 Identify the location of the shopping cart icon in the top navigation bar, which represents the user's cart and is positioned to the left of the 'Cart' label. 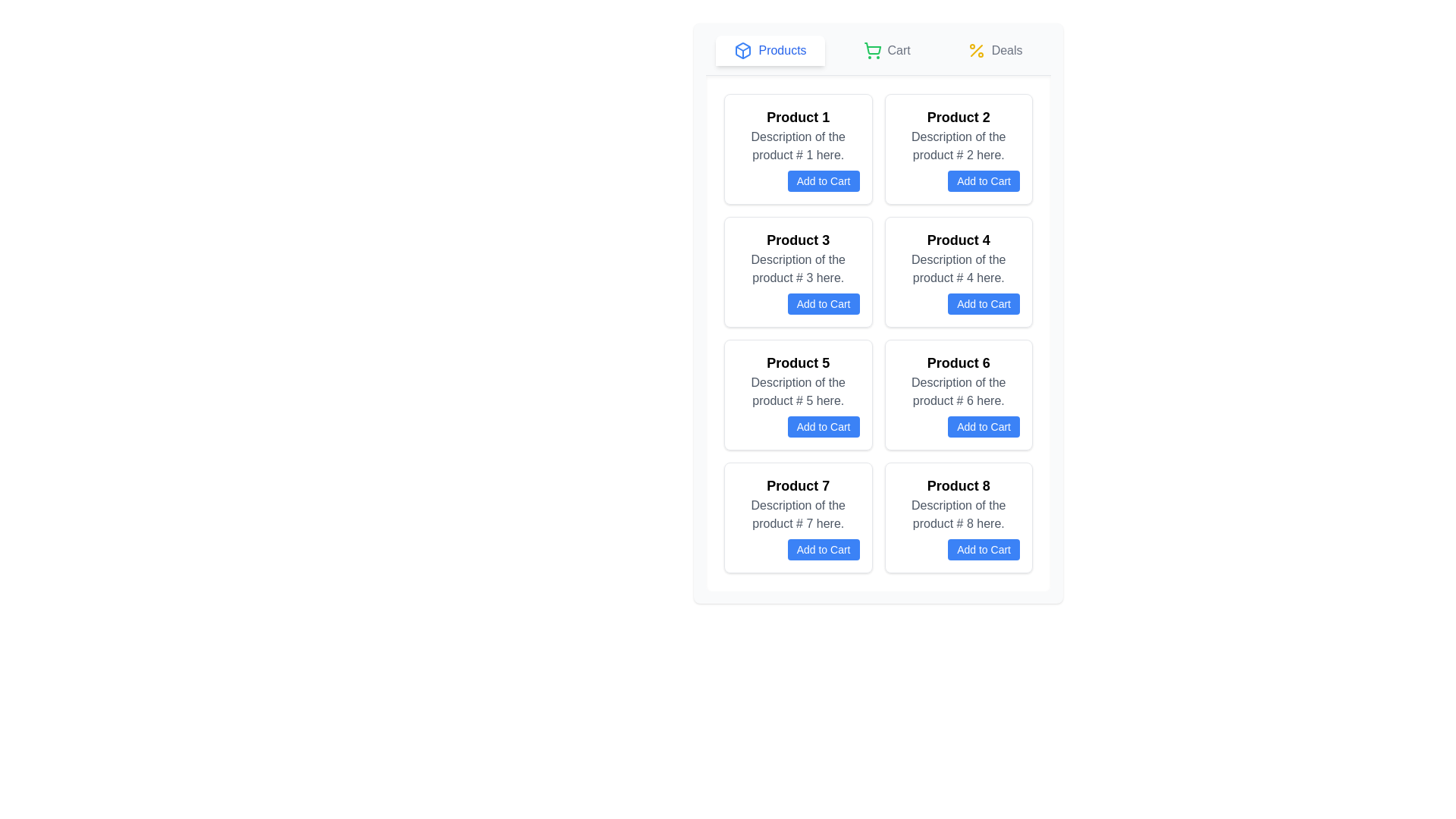
(872, 49).